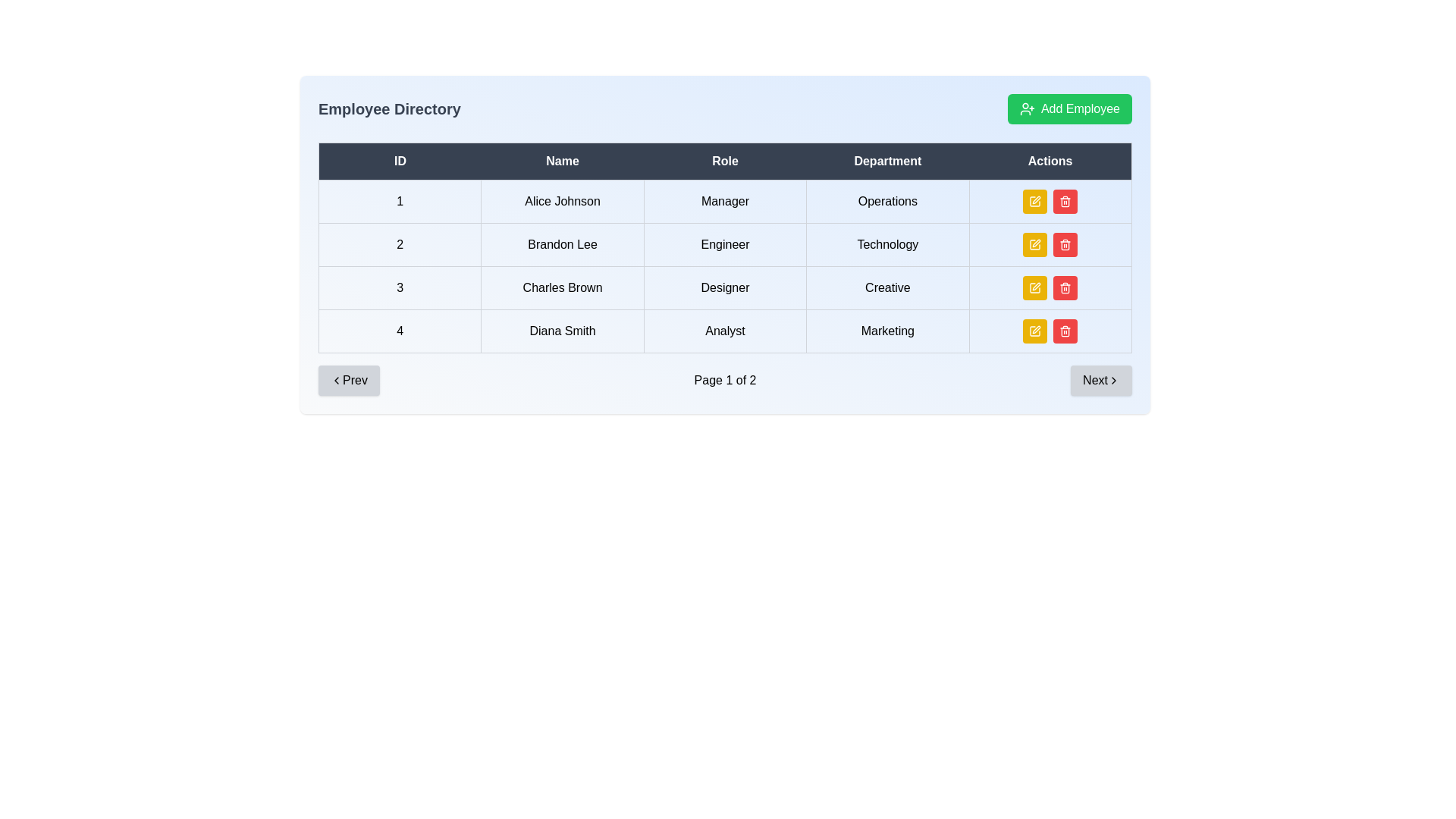 The image size is (1456, 819). Describe the element at coordinates (1034, 201) in the screenshot. I see `the yellow button with a pen icon in the 'Actions' column for 'Alice Johnson'` at that location.